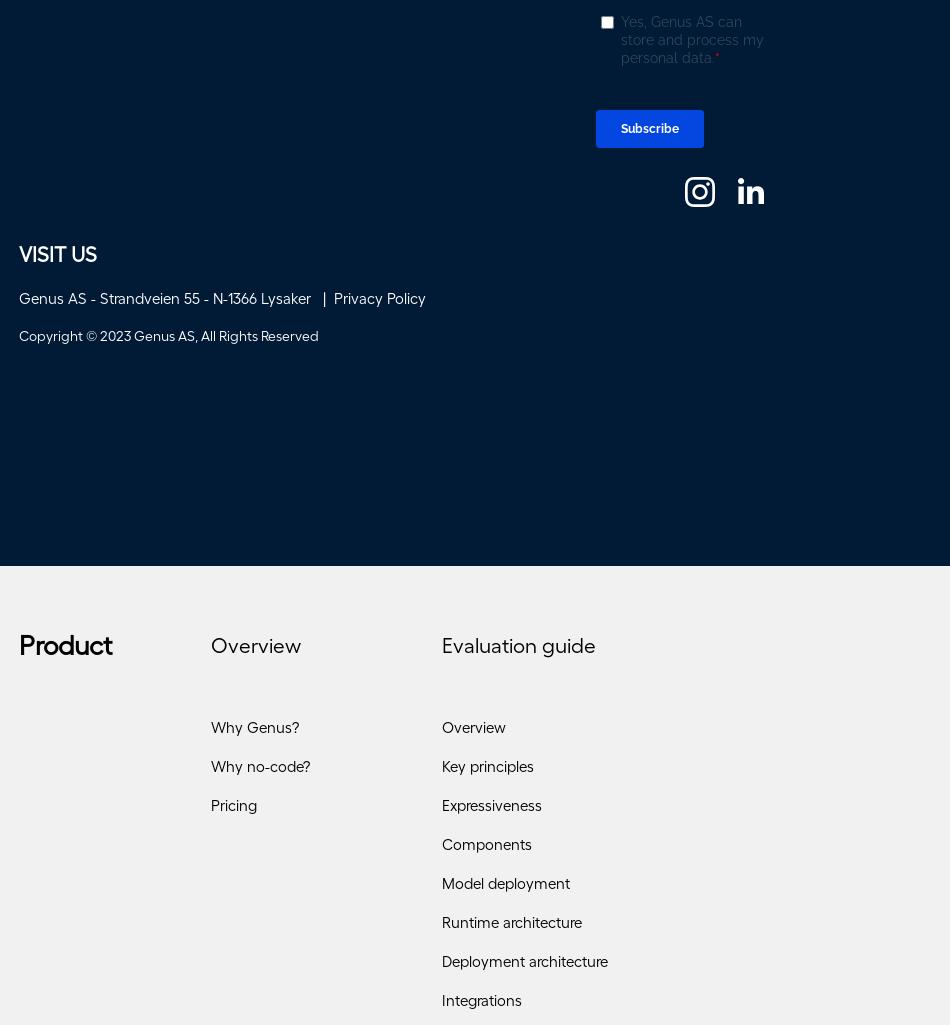  Describe the element at coordinates (19, 341) in the screenshot. I see `'Copyright © 2023 Genus AS, All Rights Reserved'` at that location.